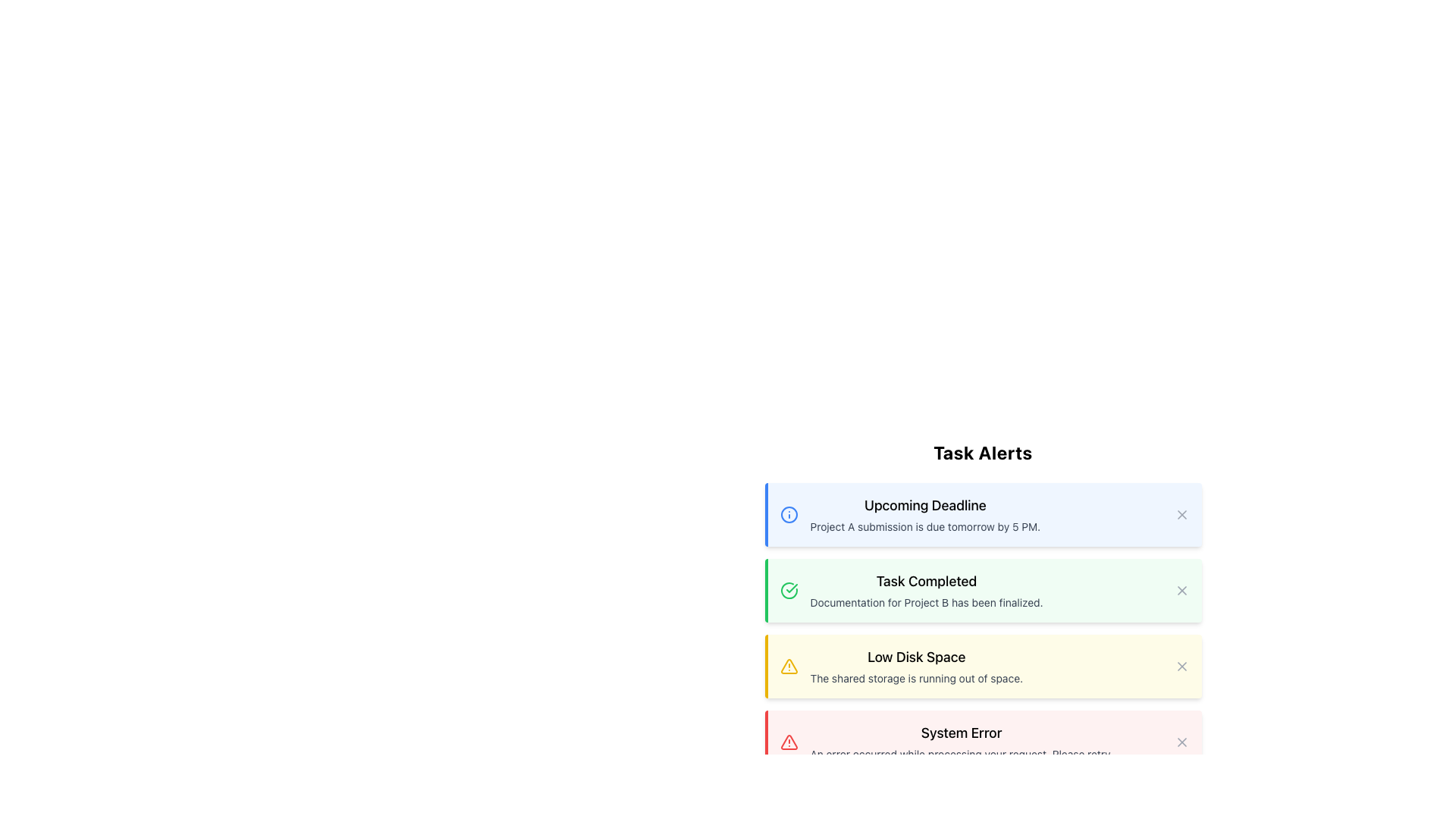  What do you see at coordinates (1181, 590) in the screenshot?
I see `the dismiss button located to the far right of the 'Task Completed' item in the list of task alerts` at bounding box center [1181, 590].